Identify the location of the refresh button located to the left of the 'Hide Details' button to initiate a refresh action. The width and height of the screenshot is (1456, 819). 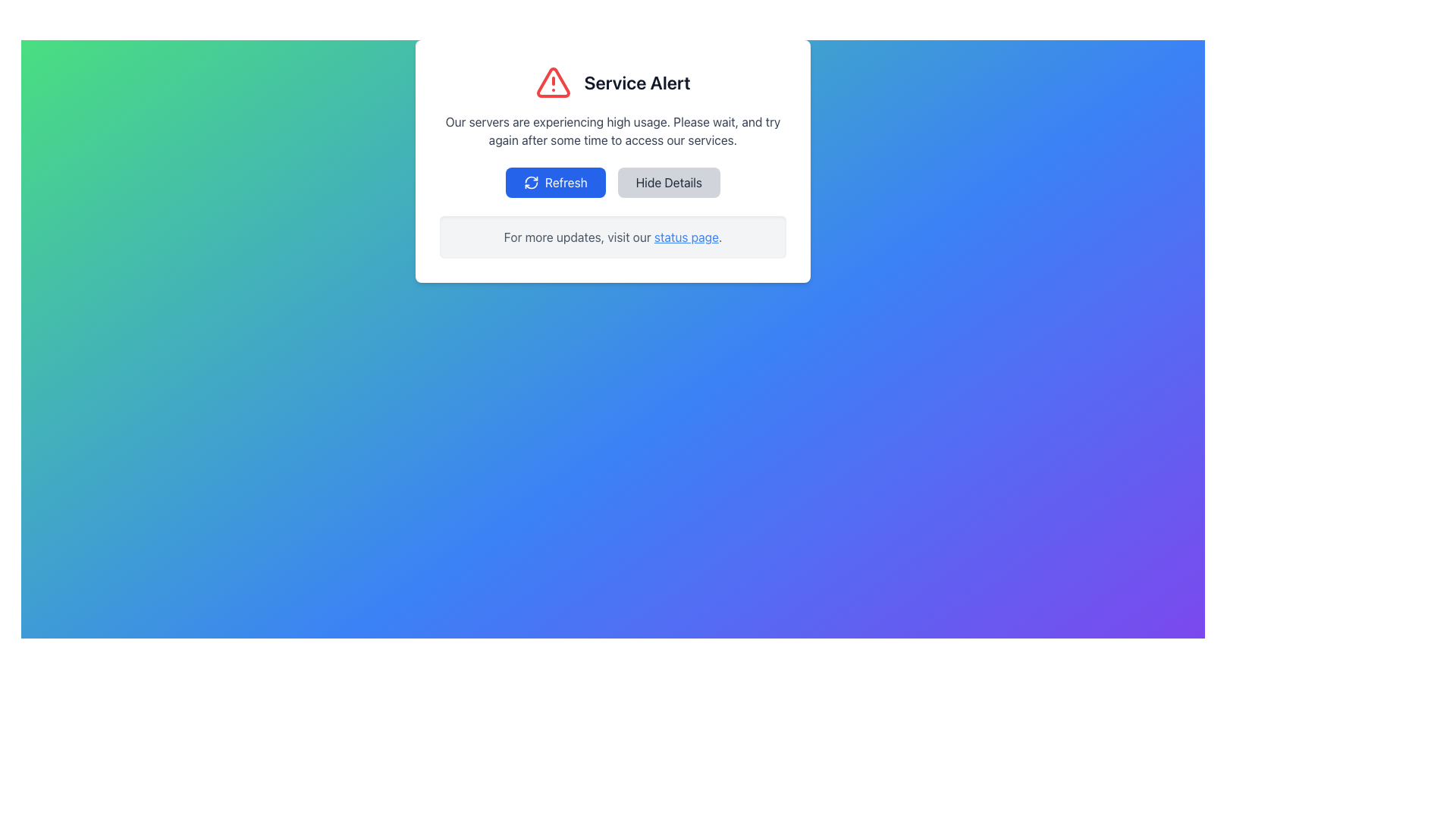
(554, 181).